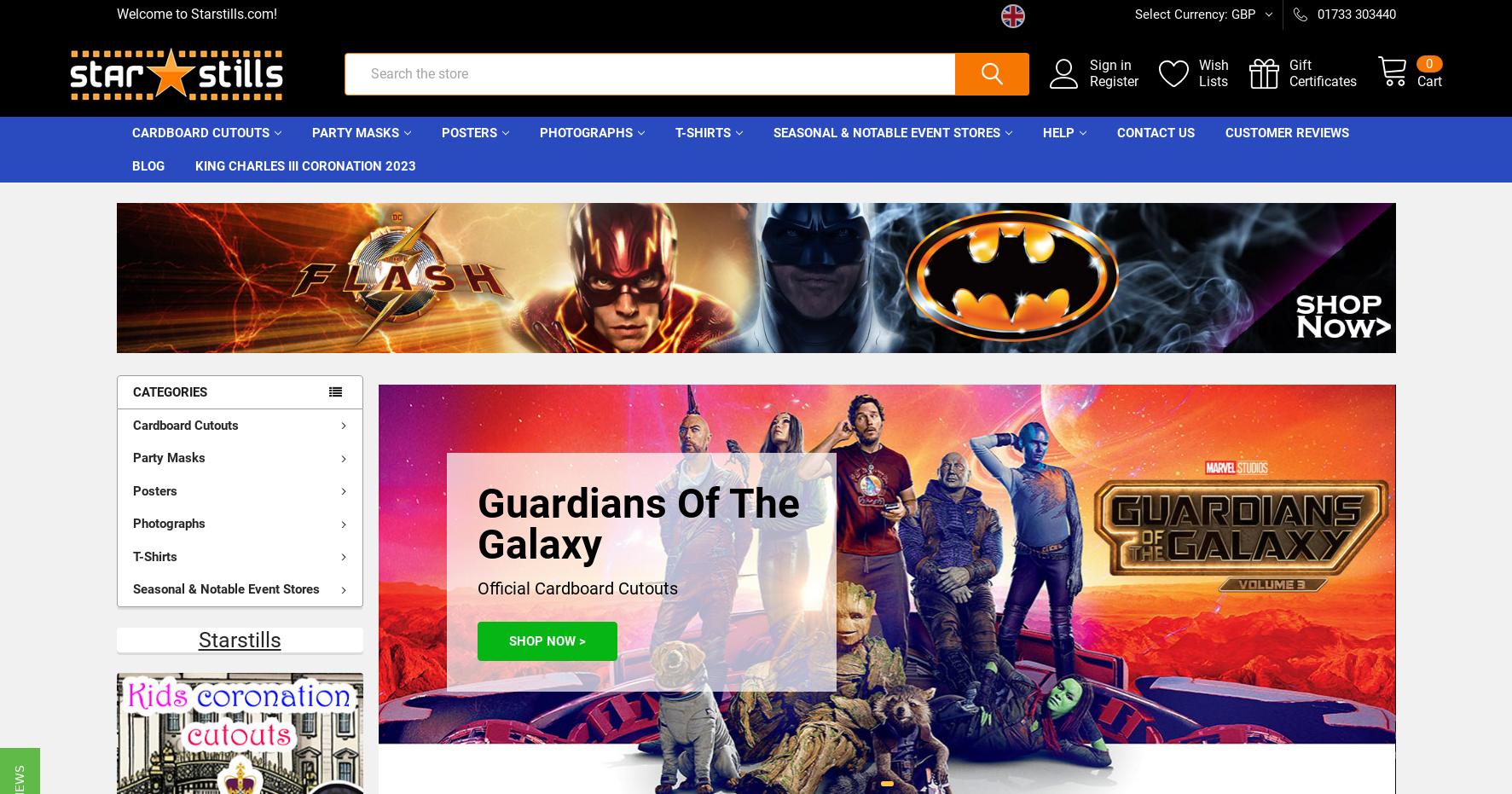 The height and width of the screenshot is (794, 1512). Describe the element at coordinates (638, 537) in the screenshot. I see `'Guardians Of The Galaxy'` at that location.